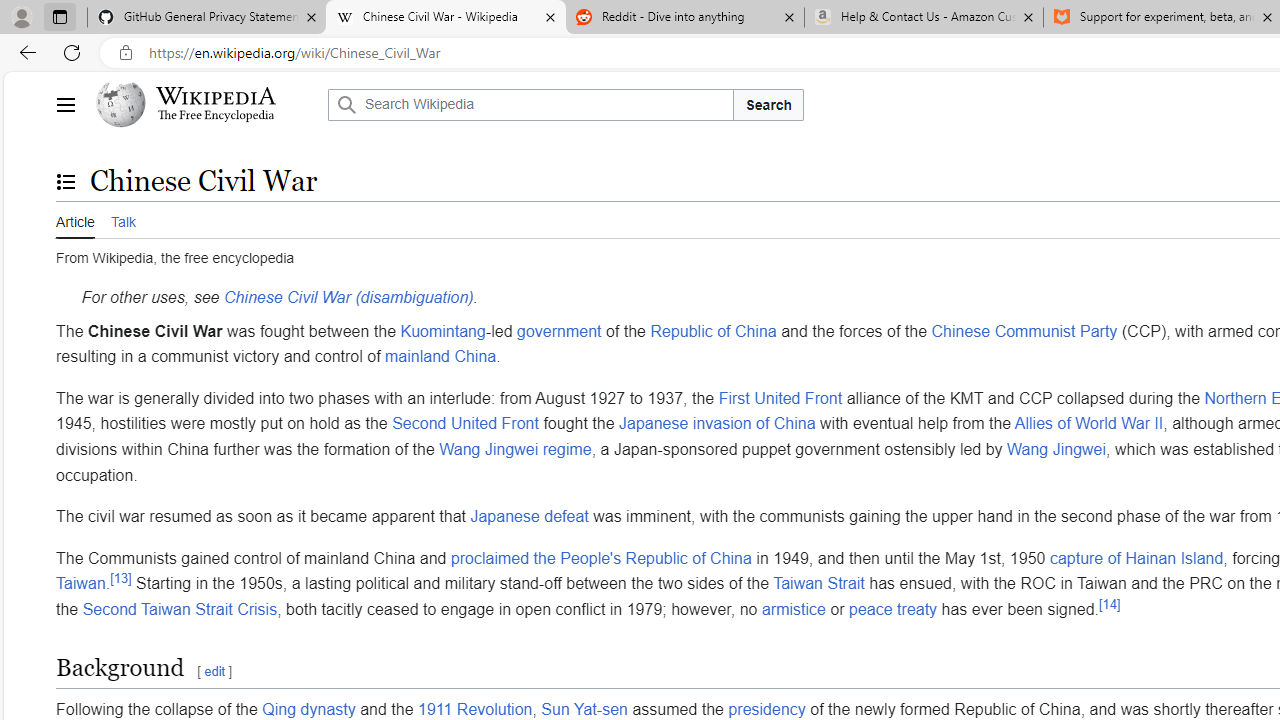 The height and width of the screenshot is (720, 1280). What do you see at coordinates (1056, 448) in the screenshot?
I see `'Wang Jingwei'` at bounding box center [1056, 448].